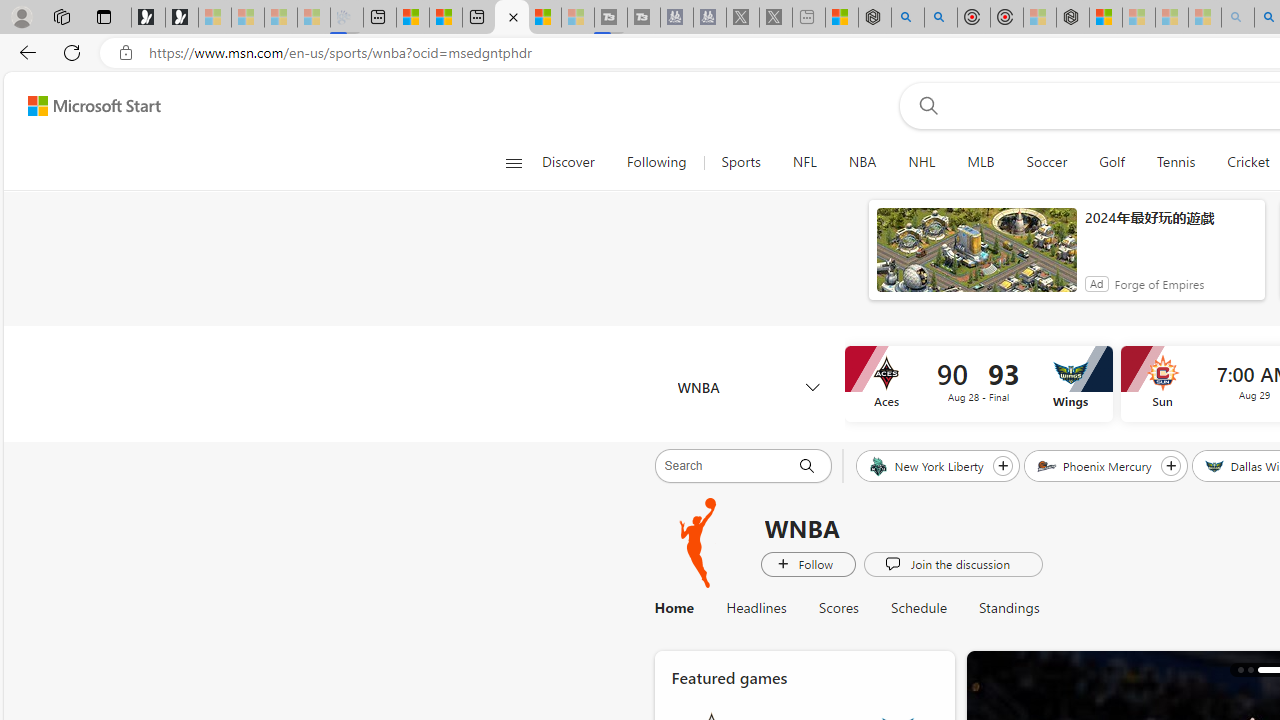  I want to click on 'New York Liberty', so click(926, 465).